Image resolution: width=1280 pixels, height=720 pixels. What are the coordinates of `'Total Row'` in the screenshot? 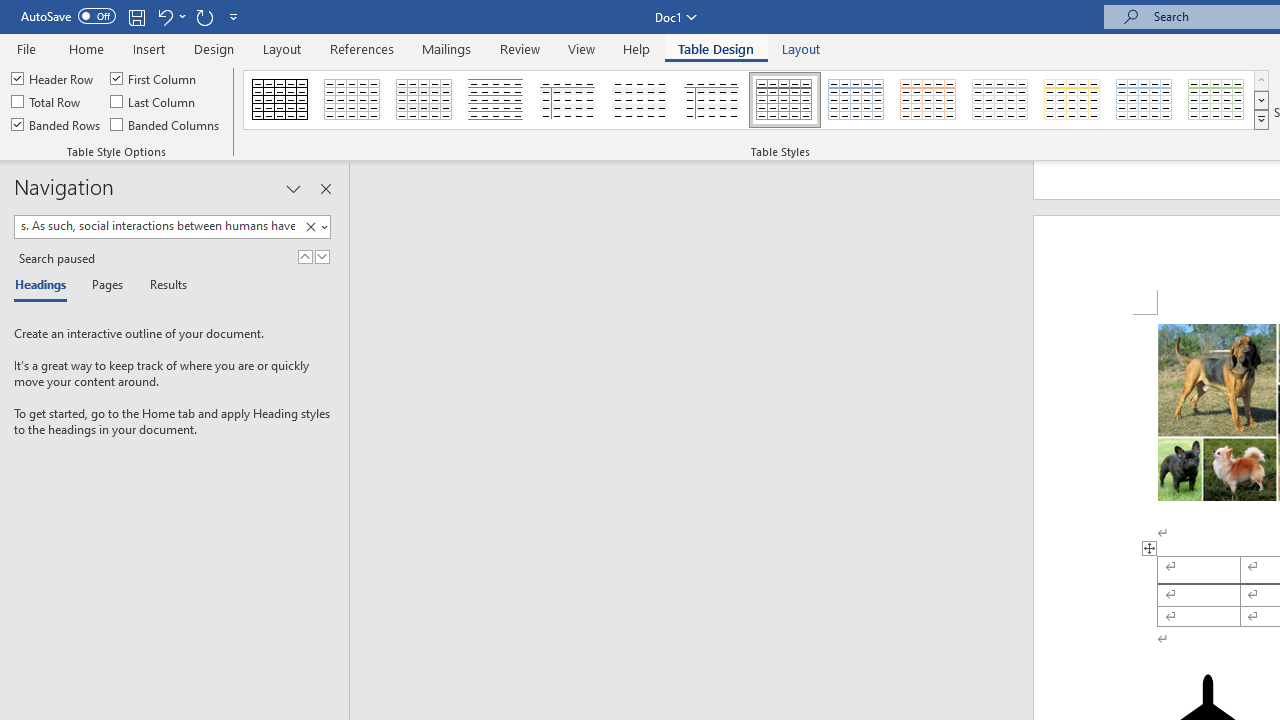 It's located at (47, 101).